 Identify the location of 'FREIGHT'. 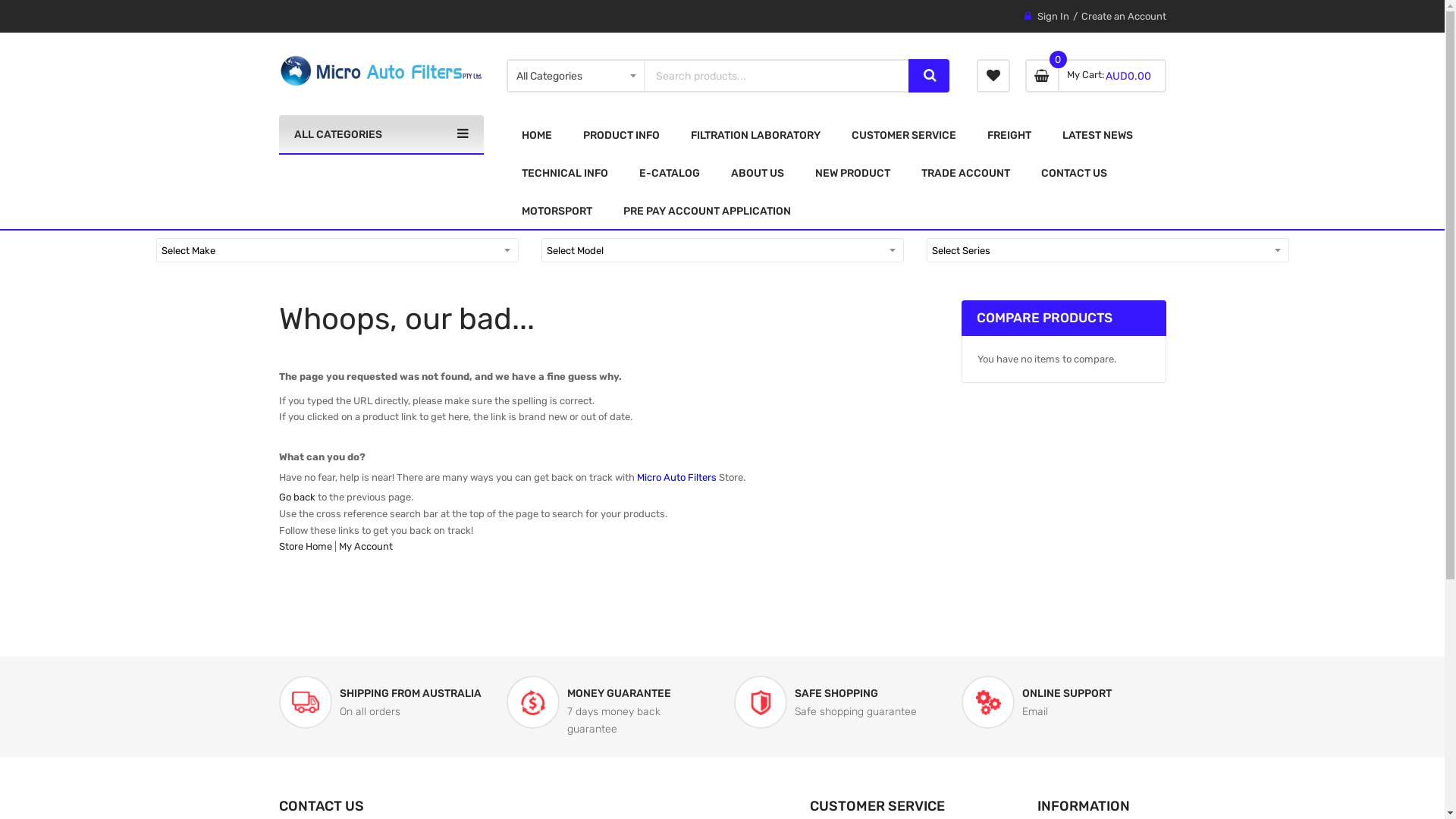
(1009, 133).